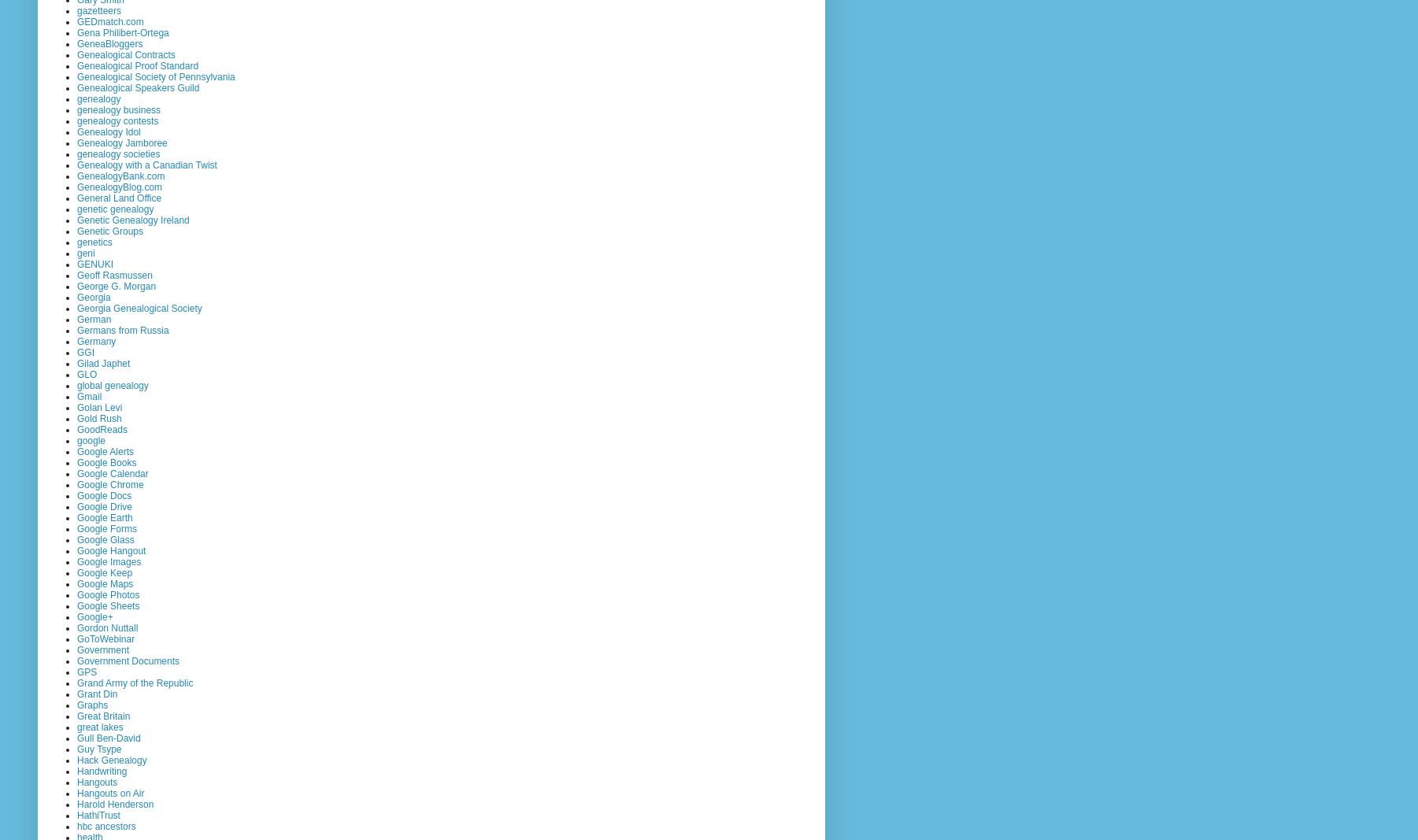 This screenshot has height=840, width=1418. What do you see at coordinates (89, 394) in the screenshot?
I see `'Gmail'` at bounding box center [89, 394].